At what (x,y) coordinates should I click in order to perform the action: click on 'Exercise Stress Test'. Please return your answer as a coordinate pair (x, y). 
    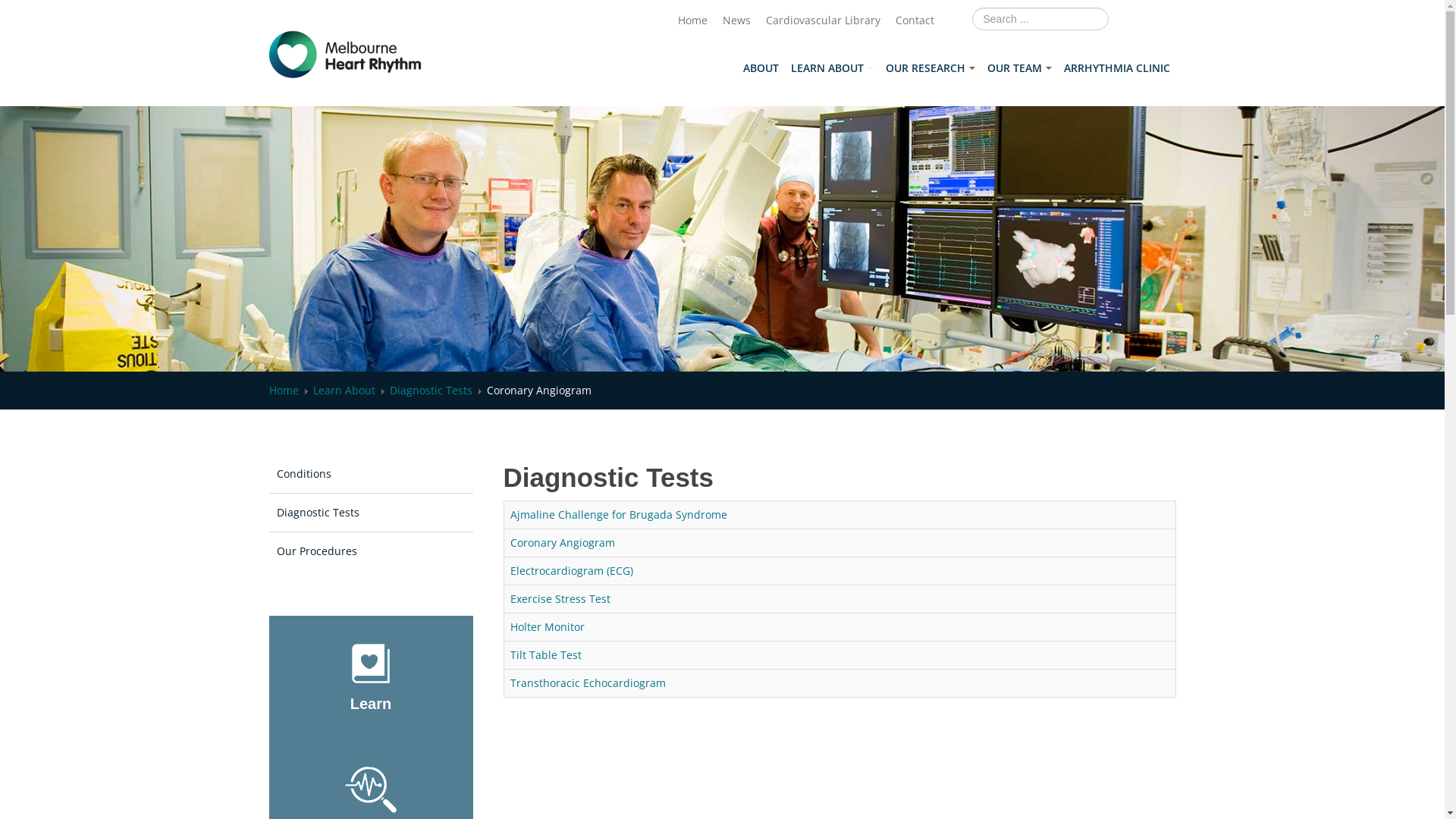
    Looking at the image, I should click on (510, 598).